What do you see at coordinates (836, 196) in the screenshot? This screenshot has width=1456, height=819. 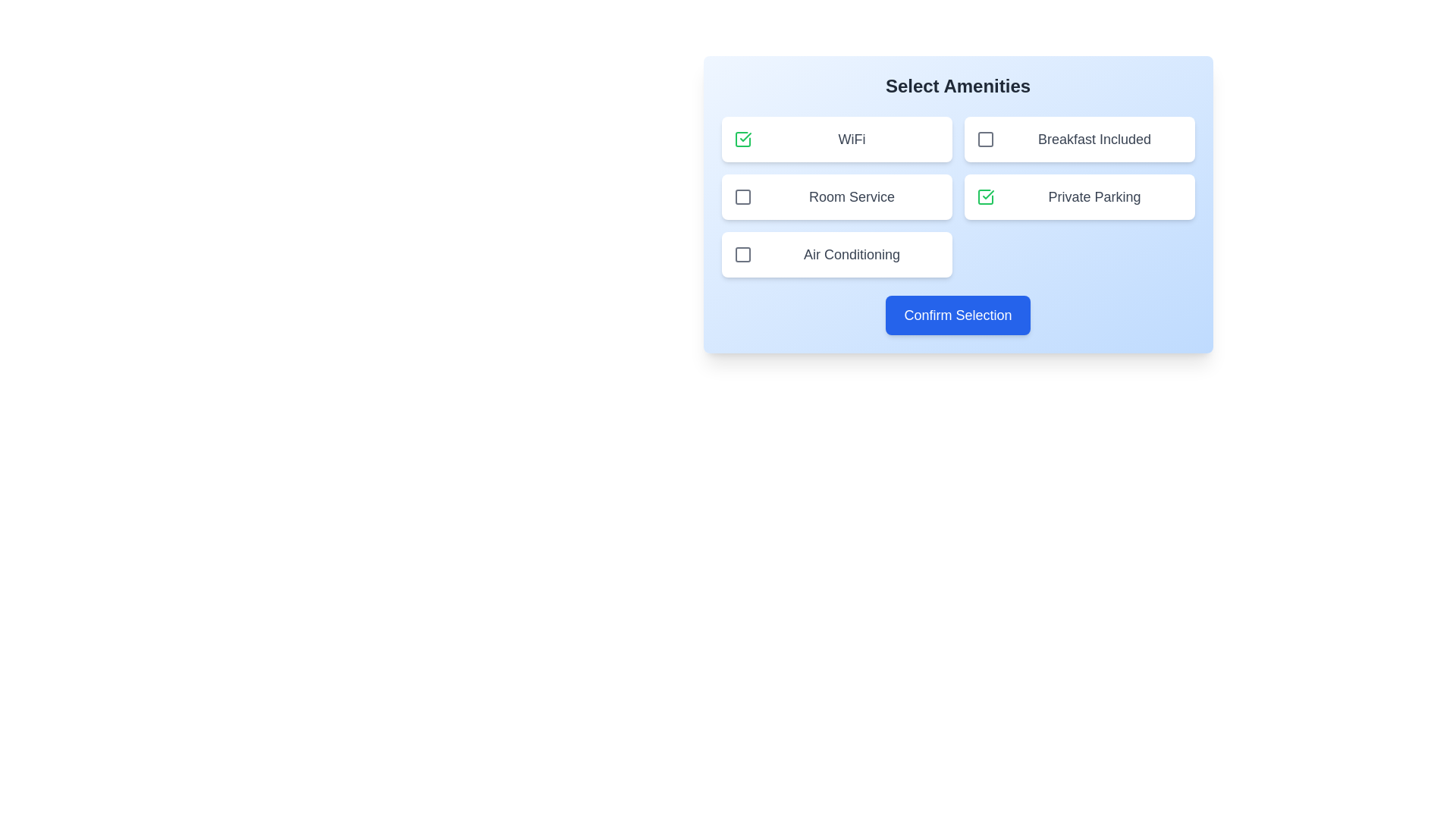 I see `the checkbox for the 'Room Service' amenity` at bounding box center [836, 196].